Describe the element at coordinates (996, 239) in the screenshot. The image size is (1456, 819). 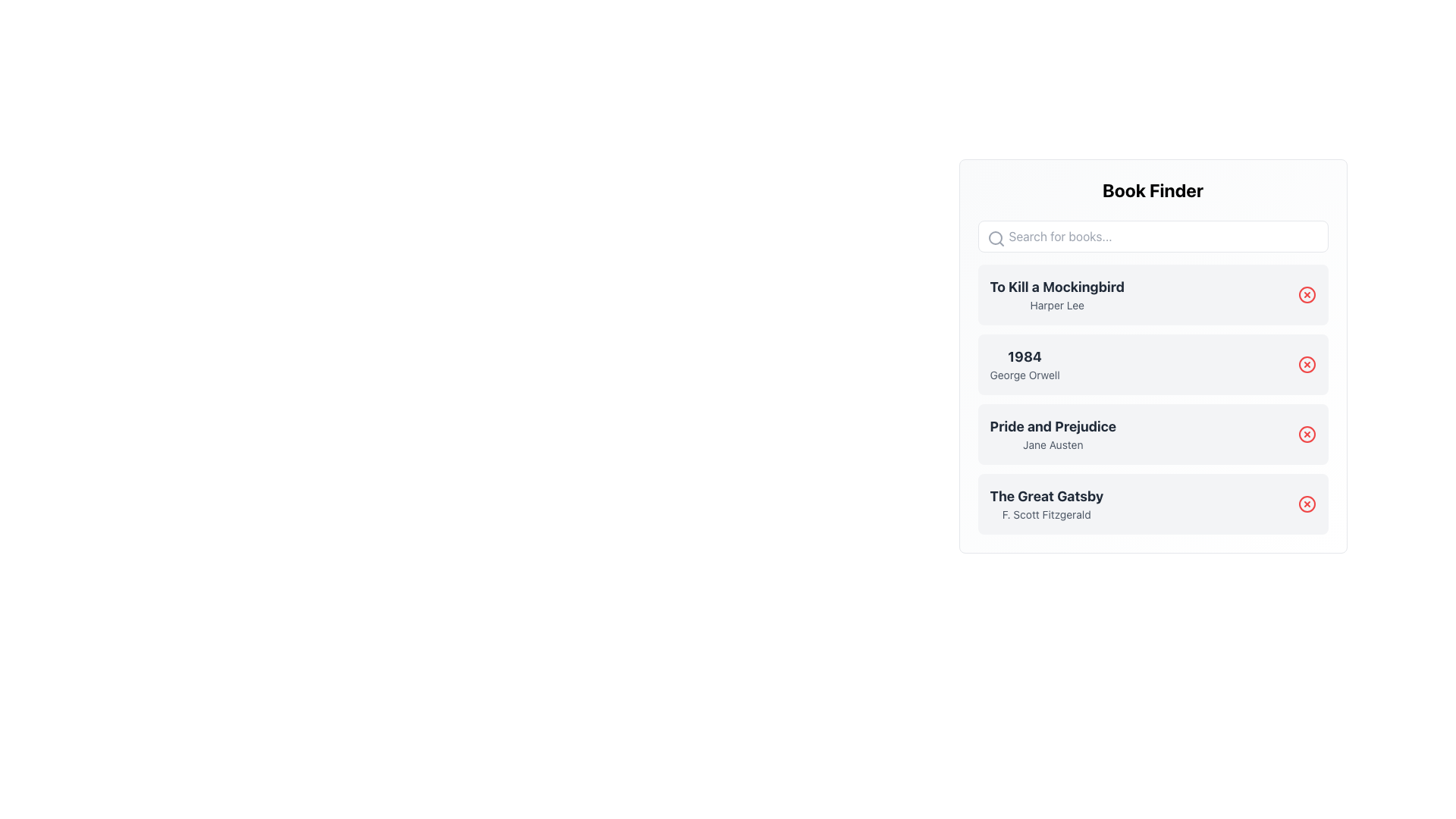
I see `the search icon located on the left side of the input field, which indicates the functionality for entering search queries` at that location.